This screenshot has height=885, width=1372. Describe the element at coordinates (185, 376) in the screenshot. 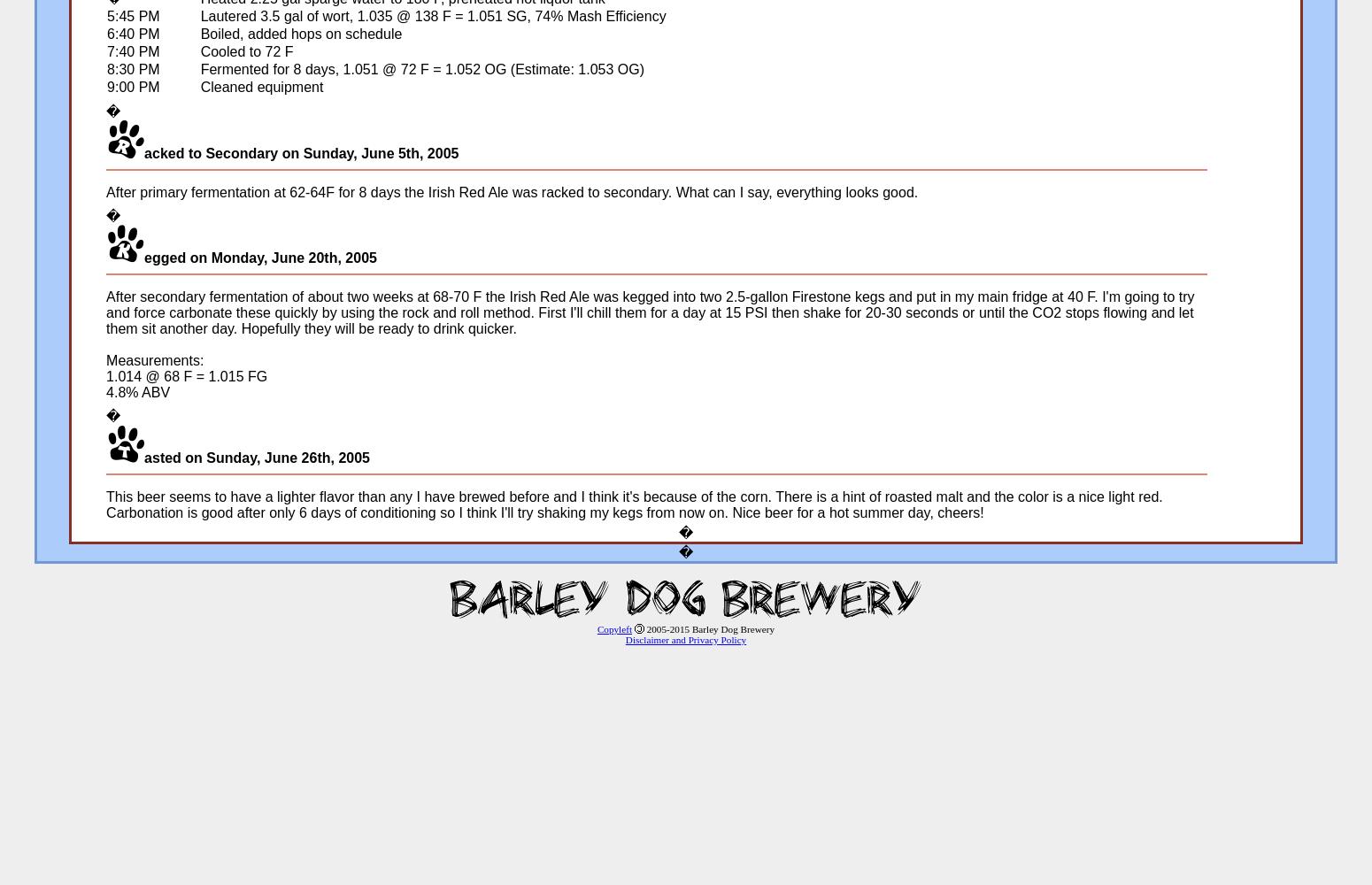

I see `'1.014 @ 68 F = 1.015 FG'` at that location.